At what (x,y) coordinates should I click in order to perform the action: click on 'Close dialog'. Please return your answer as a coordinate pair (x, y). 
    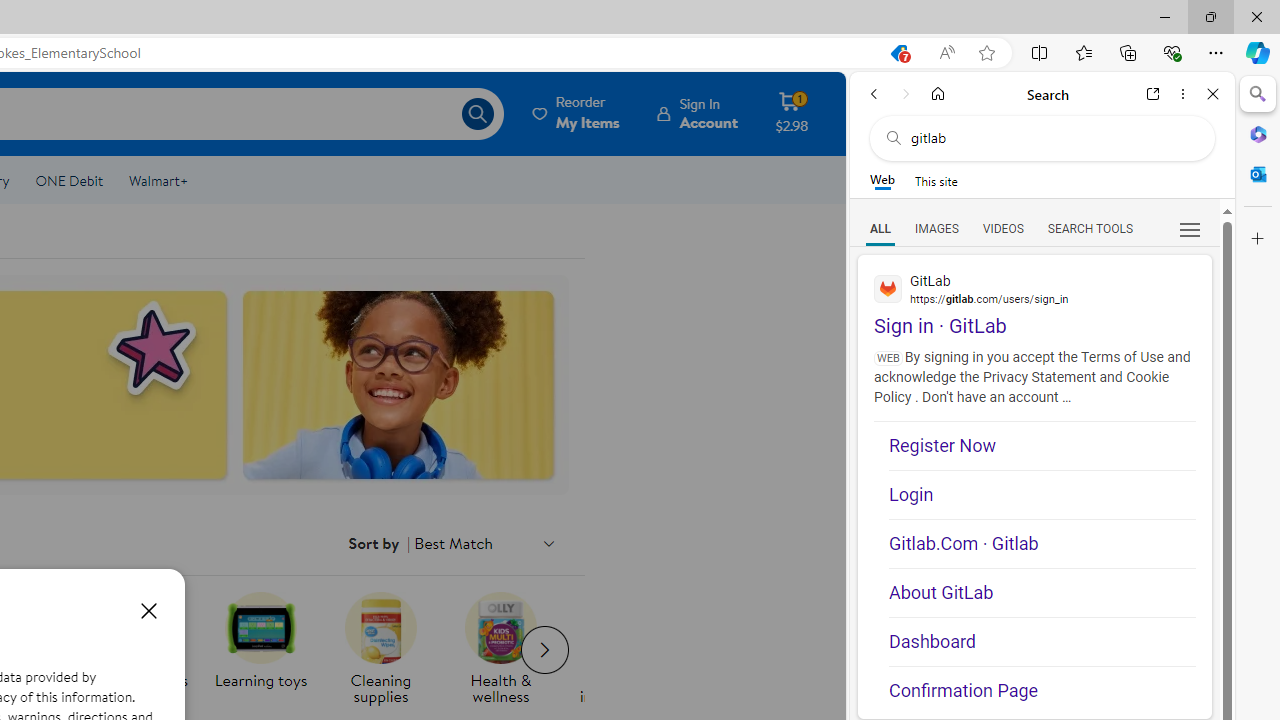
    Looking at the image, I should click on (148, 609).